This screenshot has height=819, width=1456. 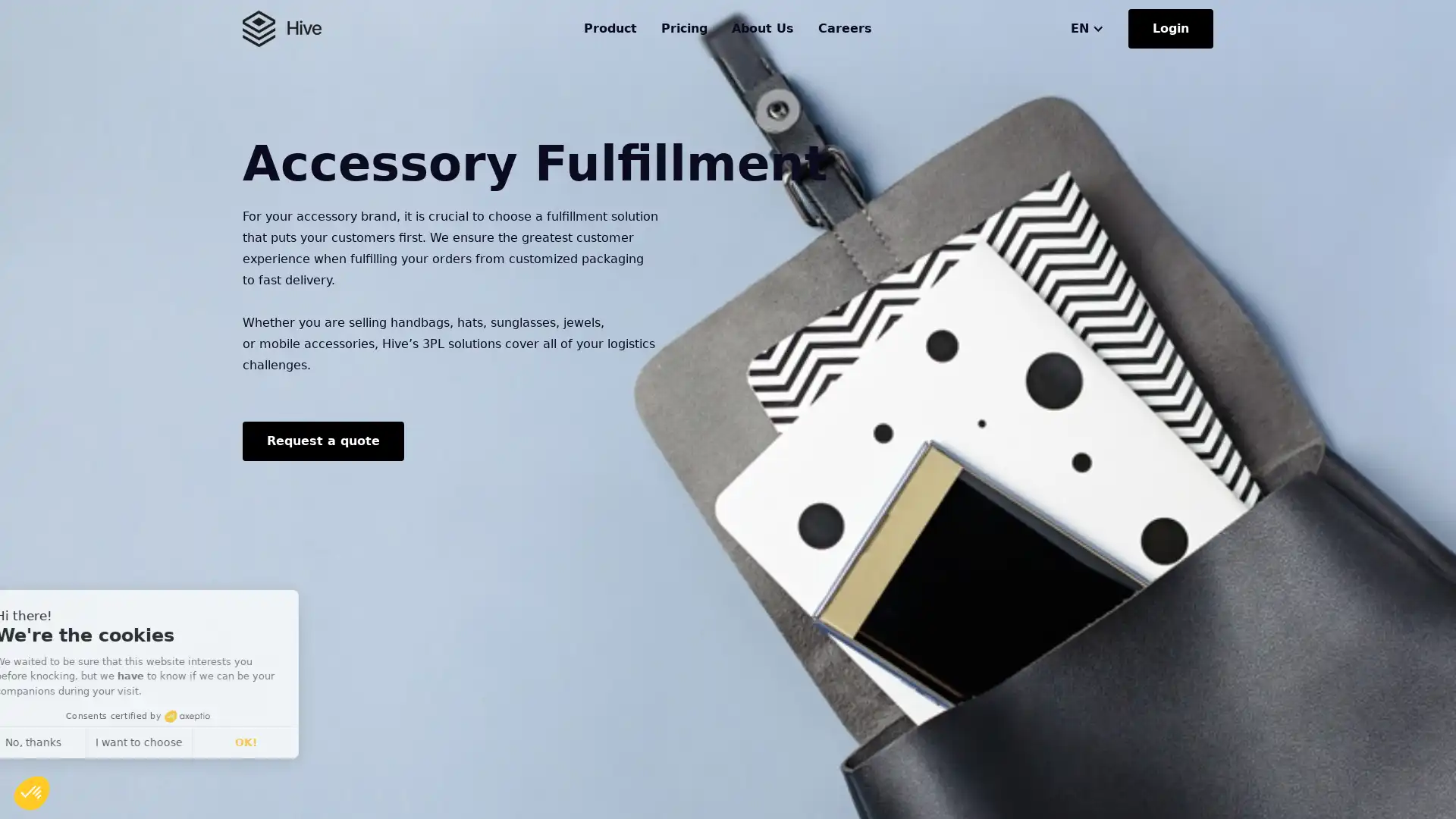 I want to click on OK!, so click(x=280, y=742).